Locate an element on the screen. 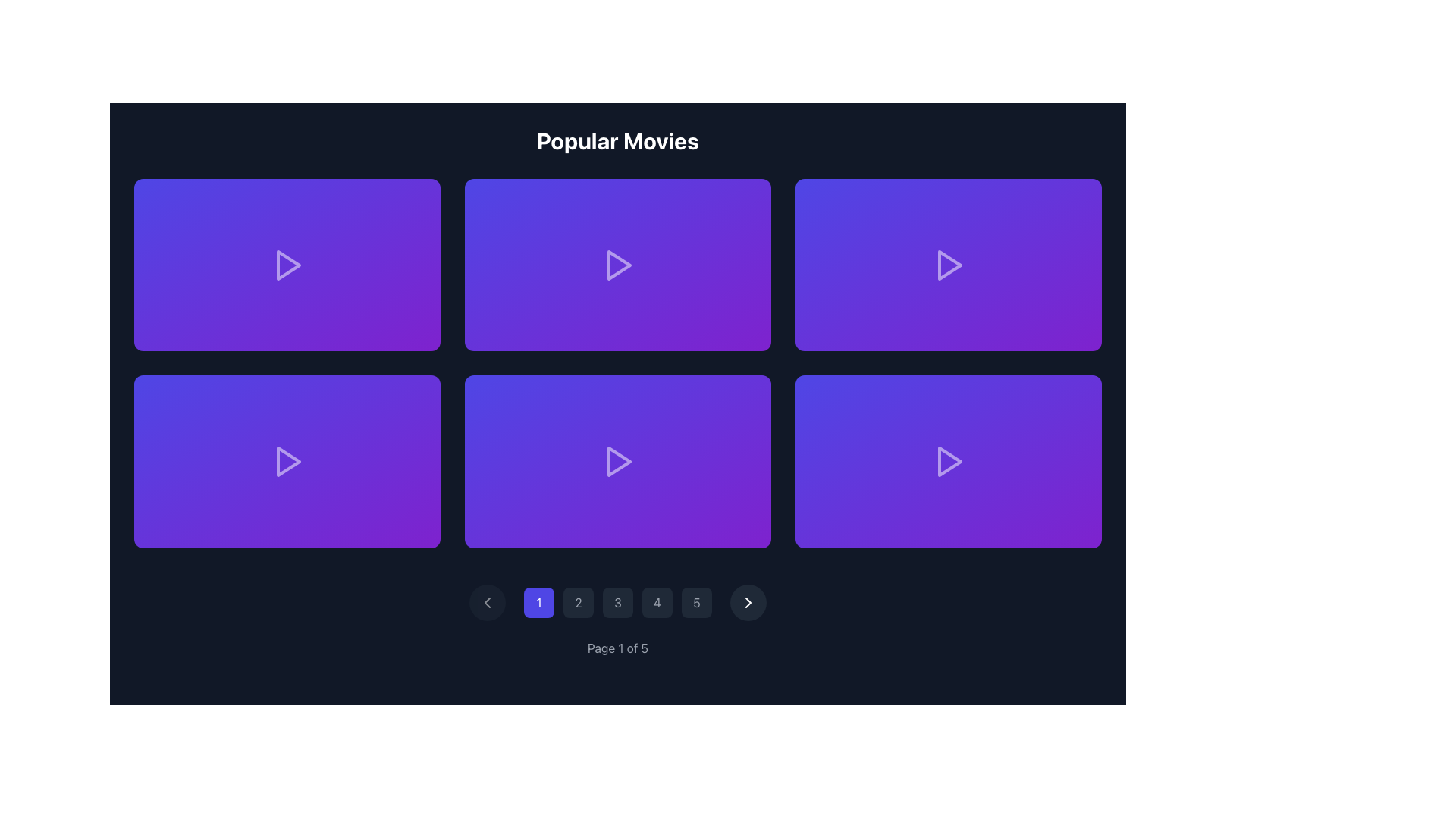 The height and width of the screenshot is (819, 1456). the play button icon located at the bottom center of the card grid is located at coordinates (619, 460).